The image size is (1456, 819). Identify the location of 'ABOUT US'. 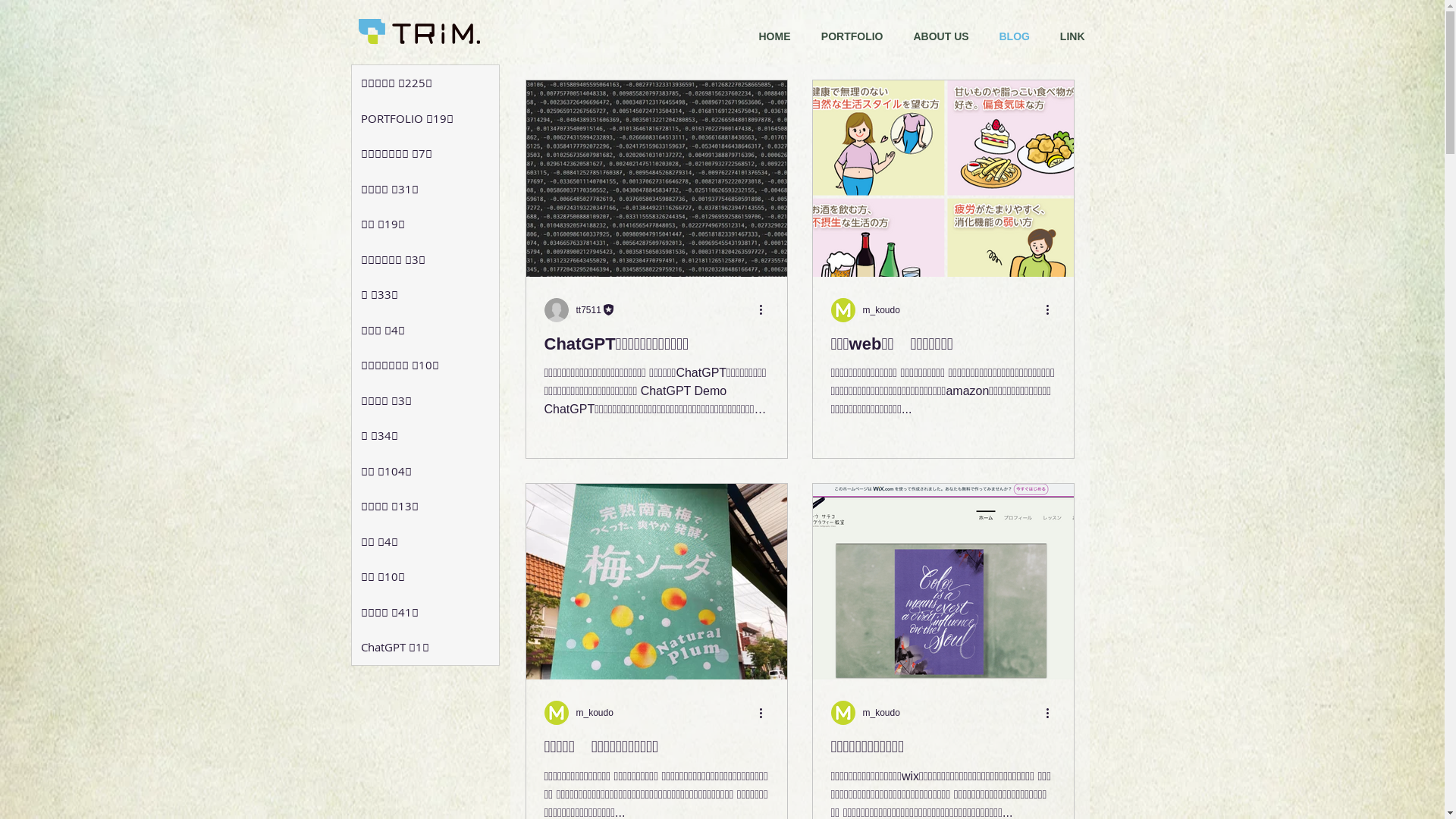
(940, 35).